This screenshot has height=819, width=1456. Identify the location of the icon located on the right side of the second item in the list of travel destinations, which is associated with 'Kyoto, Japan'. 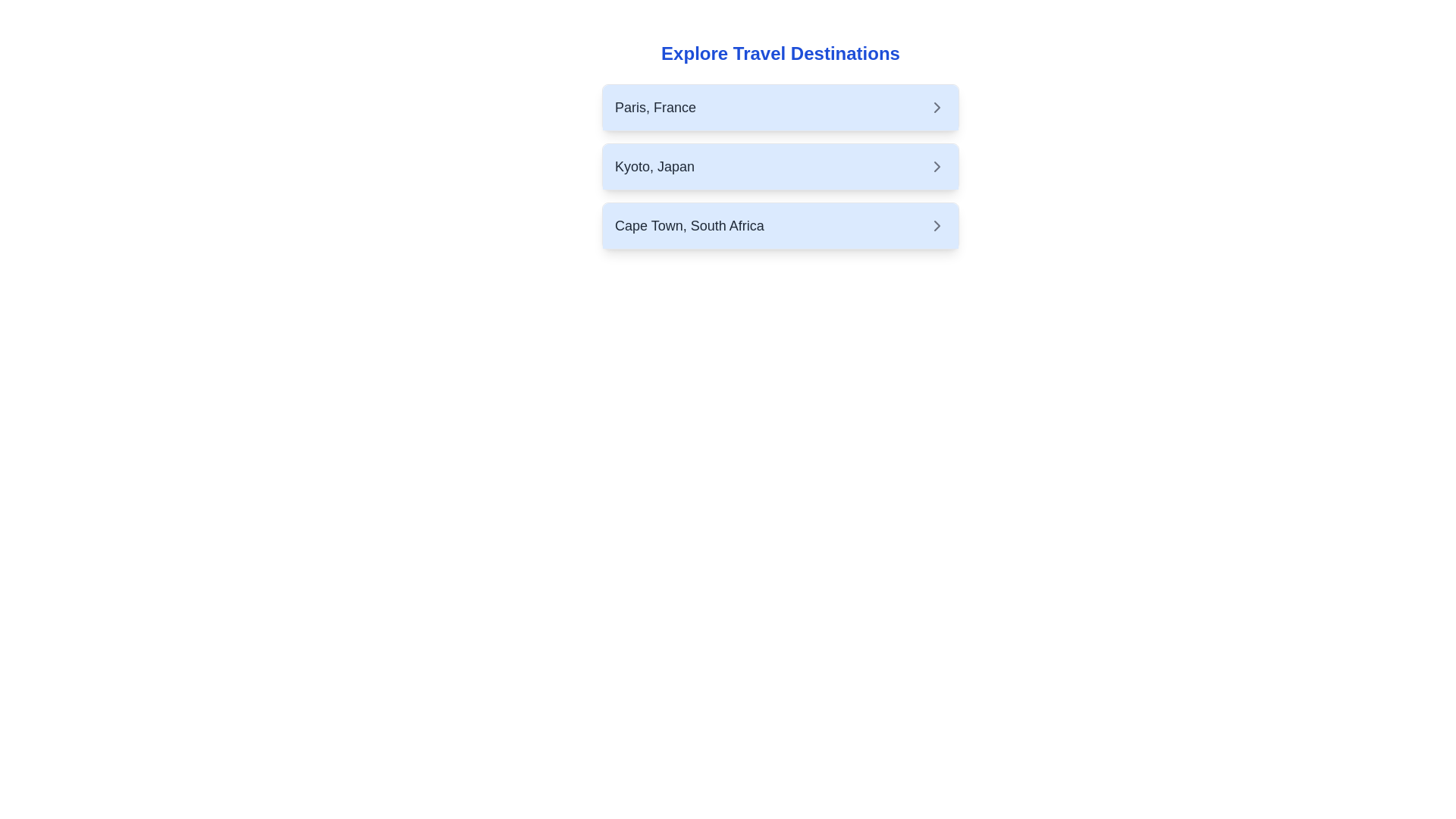
(937, 166).